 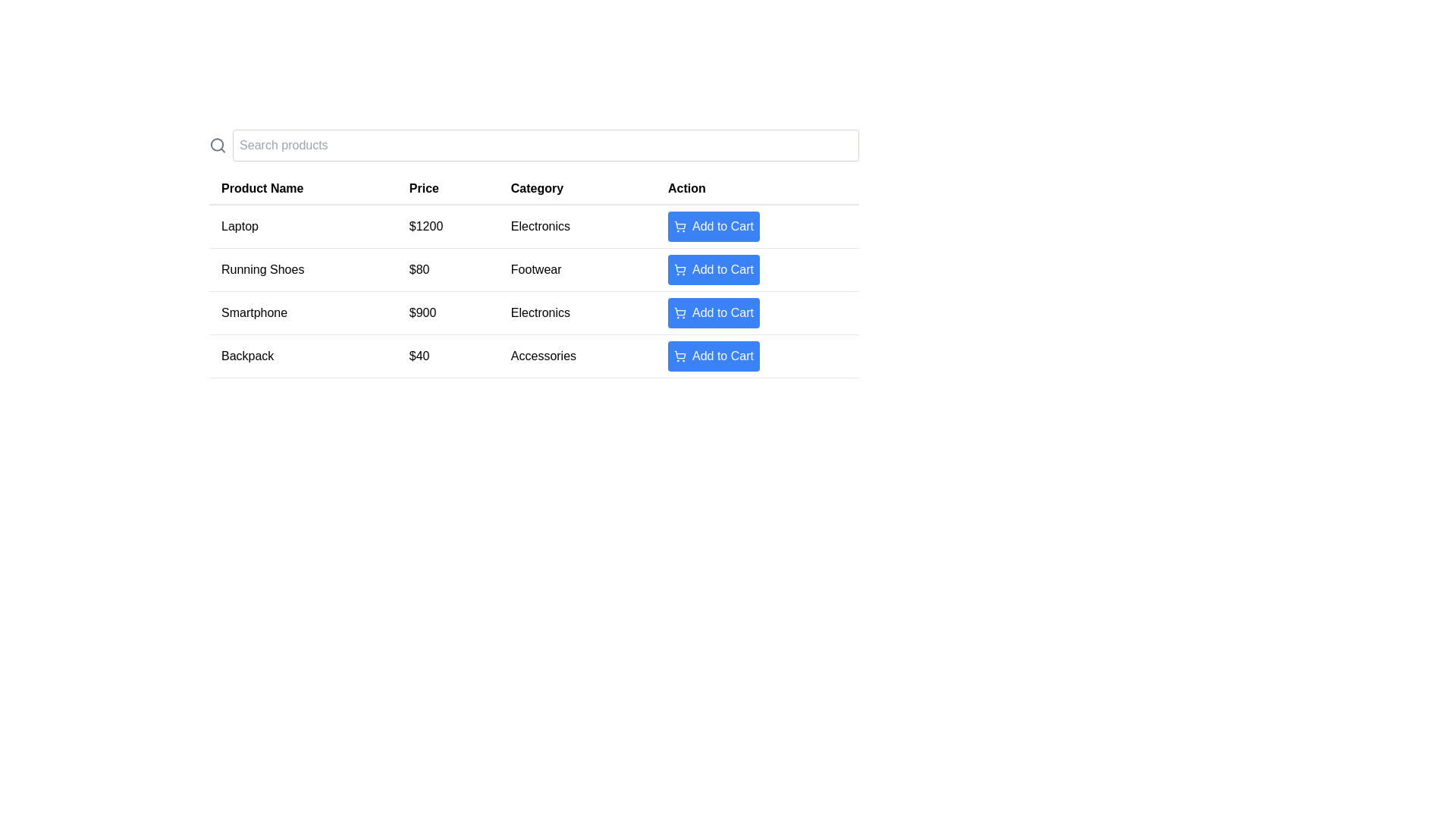 What do you see at coordinates (679, 268) in the screenshot?
I see `the shopping cart icon within the 'Add to Cart' button, which is located in the second row of the 'Action' column for 'Running Shoes'` at bounding box center [679, 268].